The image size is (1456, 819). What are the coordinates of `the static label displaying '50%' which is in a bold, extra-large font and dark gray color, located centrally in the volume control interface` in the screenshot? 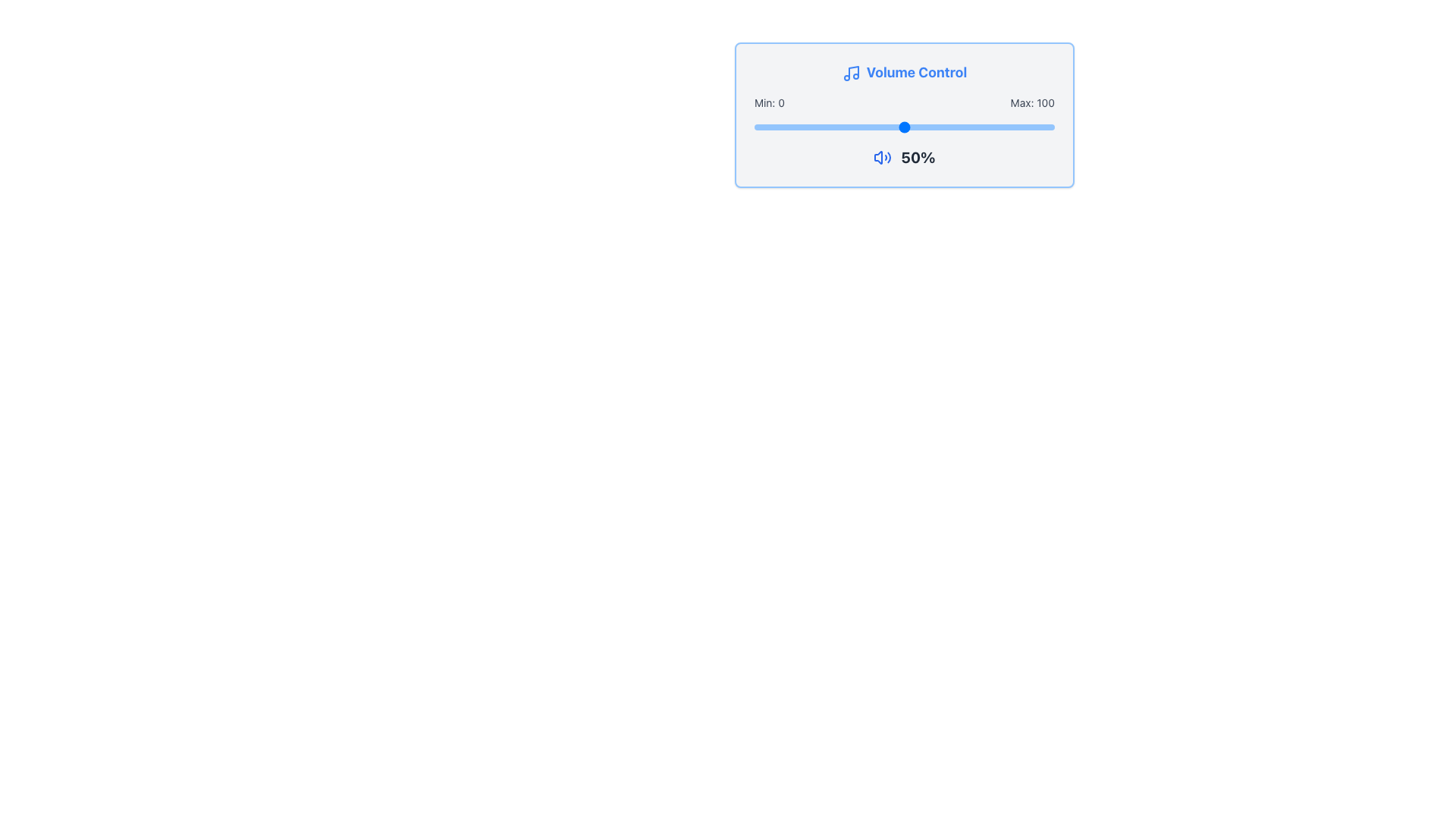 It's located at (917, 158).